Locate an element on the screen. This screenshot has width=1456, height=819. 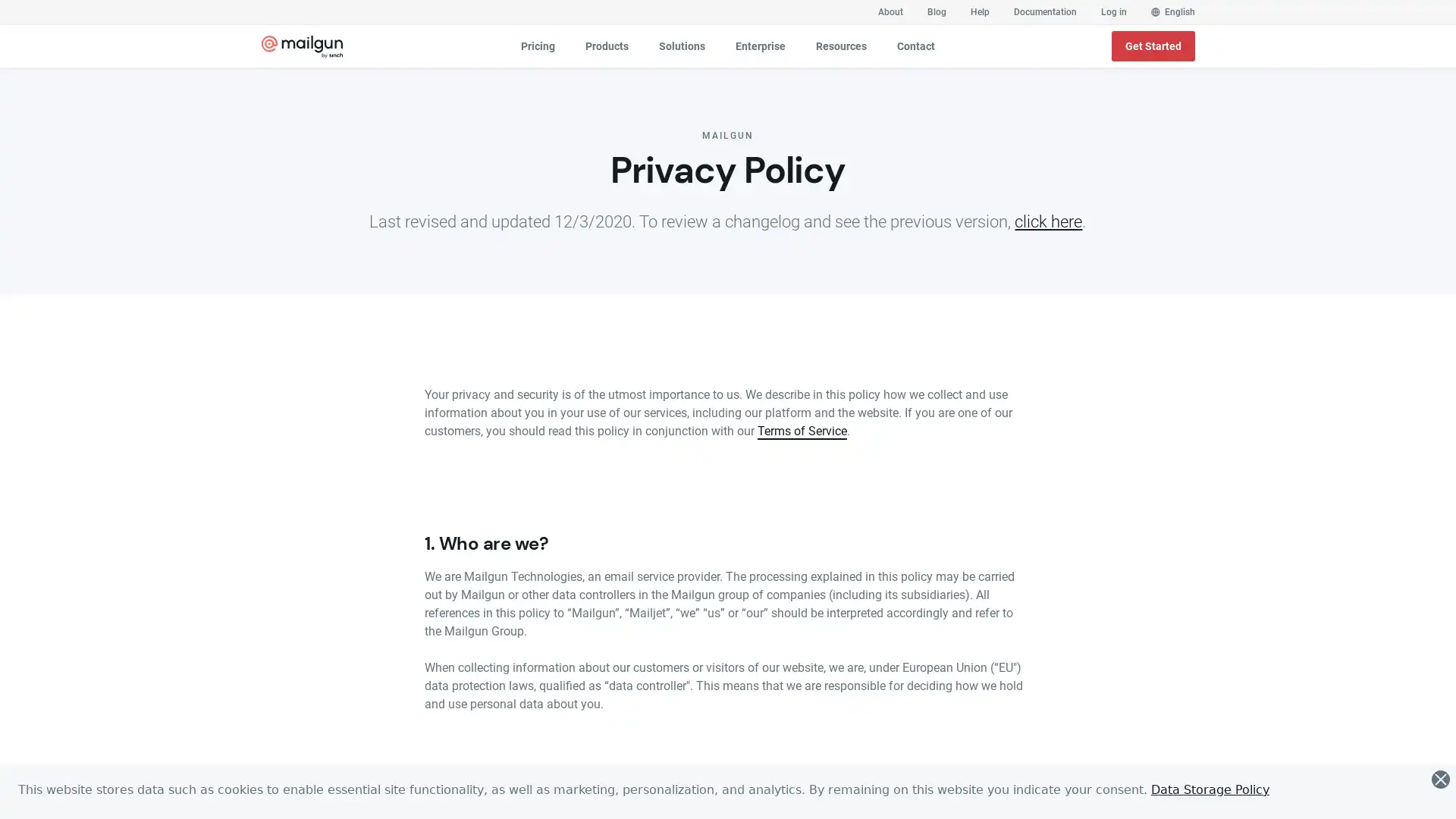
Products is located at coordinates (605, 45).